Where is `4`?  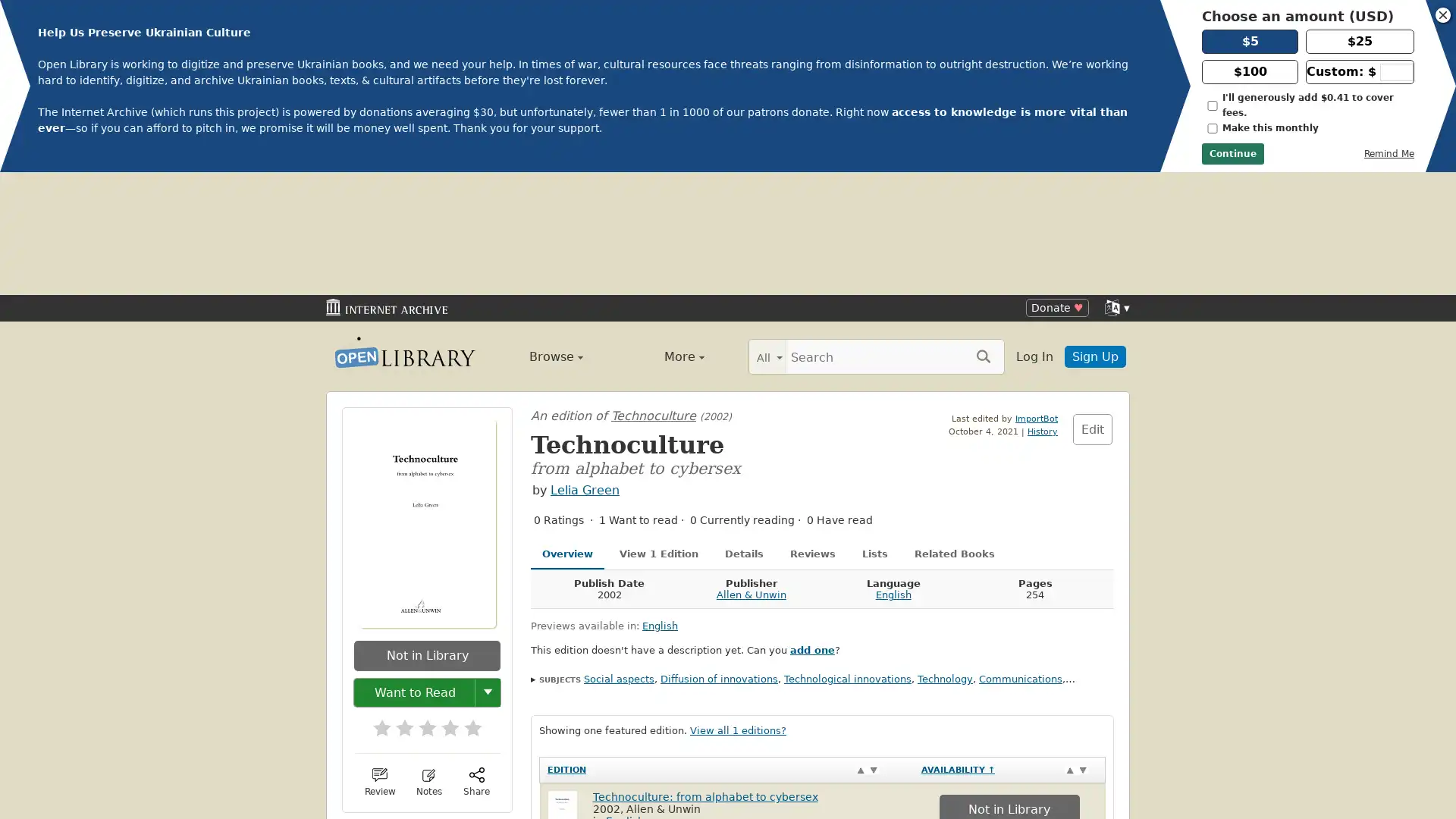 4 is located at coordinates (442, 599).